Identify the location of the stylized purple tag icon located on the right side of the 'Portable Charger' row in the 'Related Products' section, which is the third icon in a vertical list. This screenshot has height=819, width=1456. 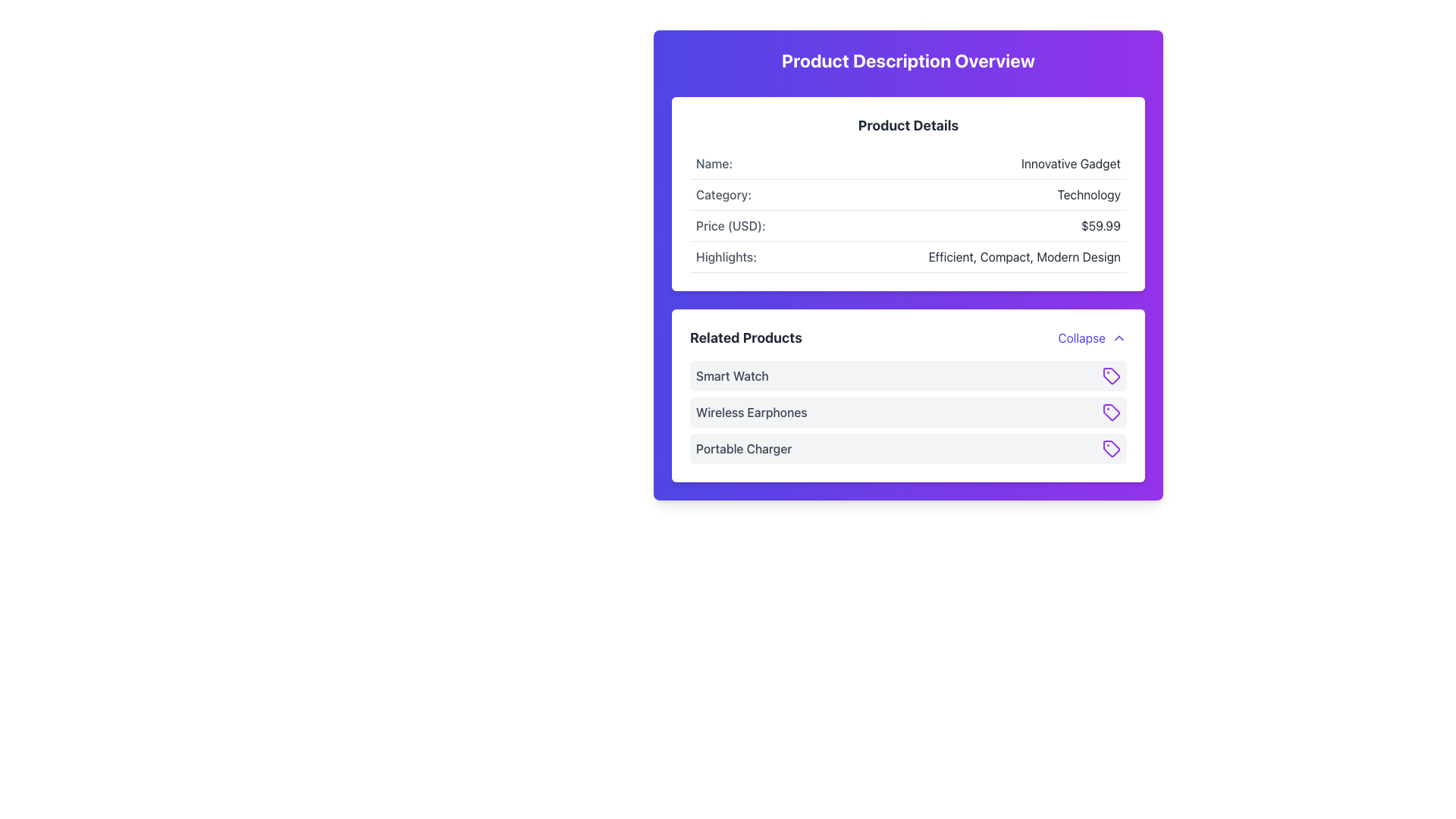
(1111, 412).